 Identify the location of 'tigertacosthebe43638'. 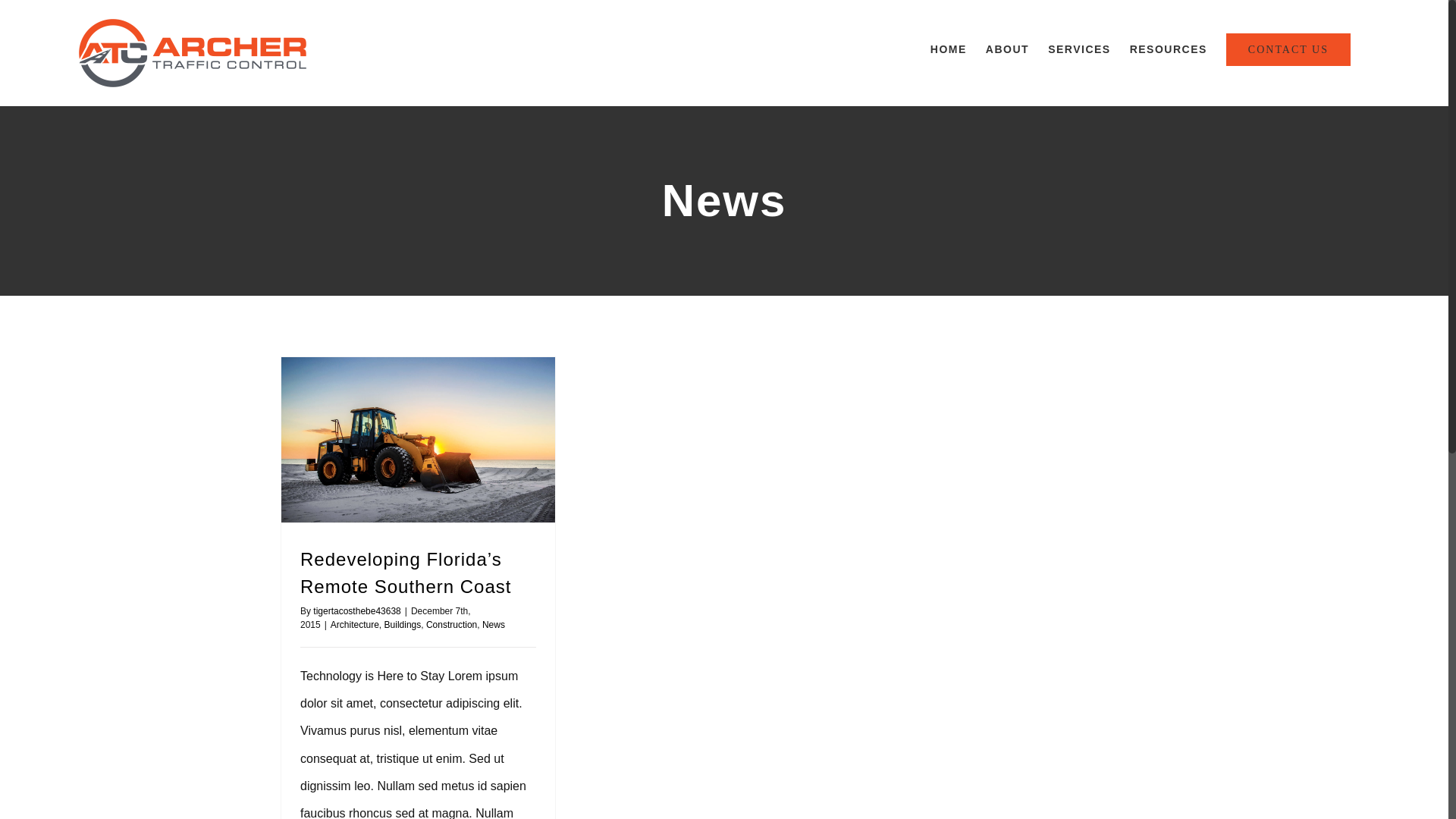
(312, 610).